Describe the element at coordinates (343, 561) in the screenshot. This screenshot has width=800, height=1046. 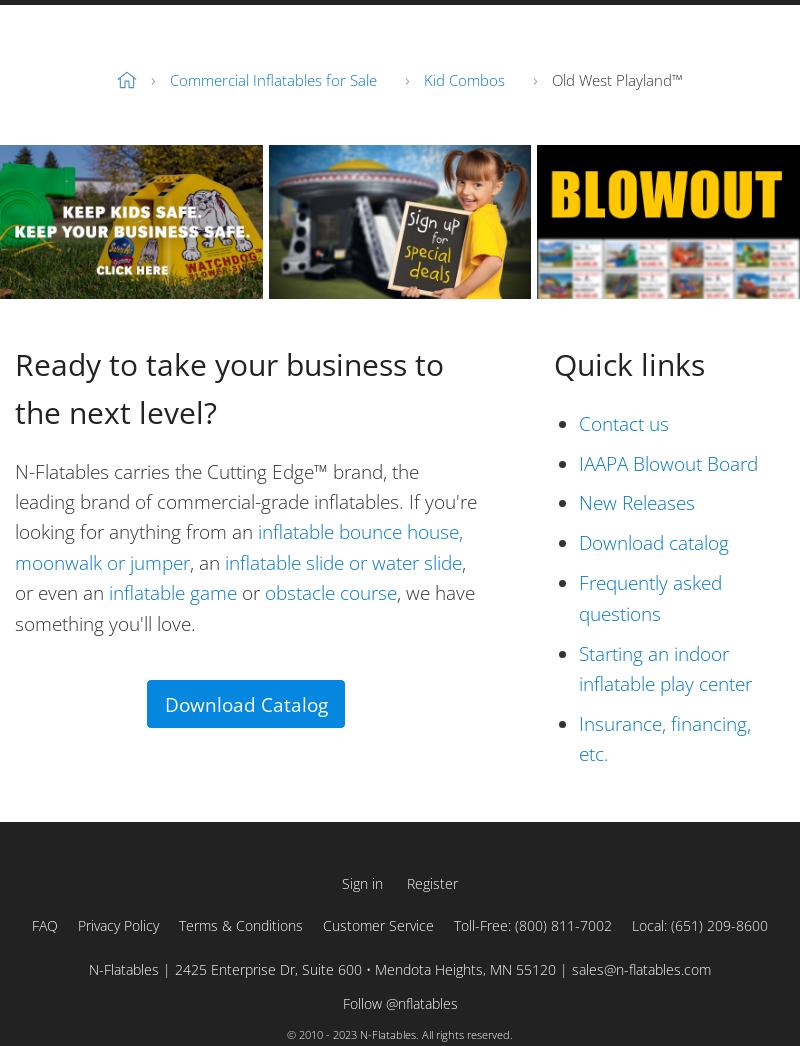
I see `'inflatable slide or water slide'` at that location.